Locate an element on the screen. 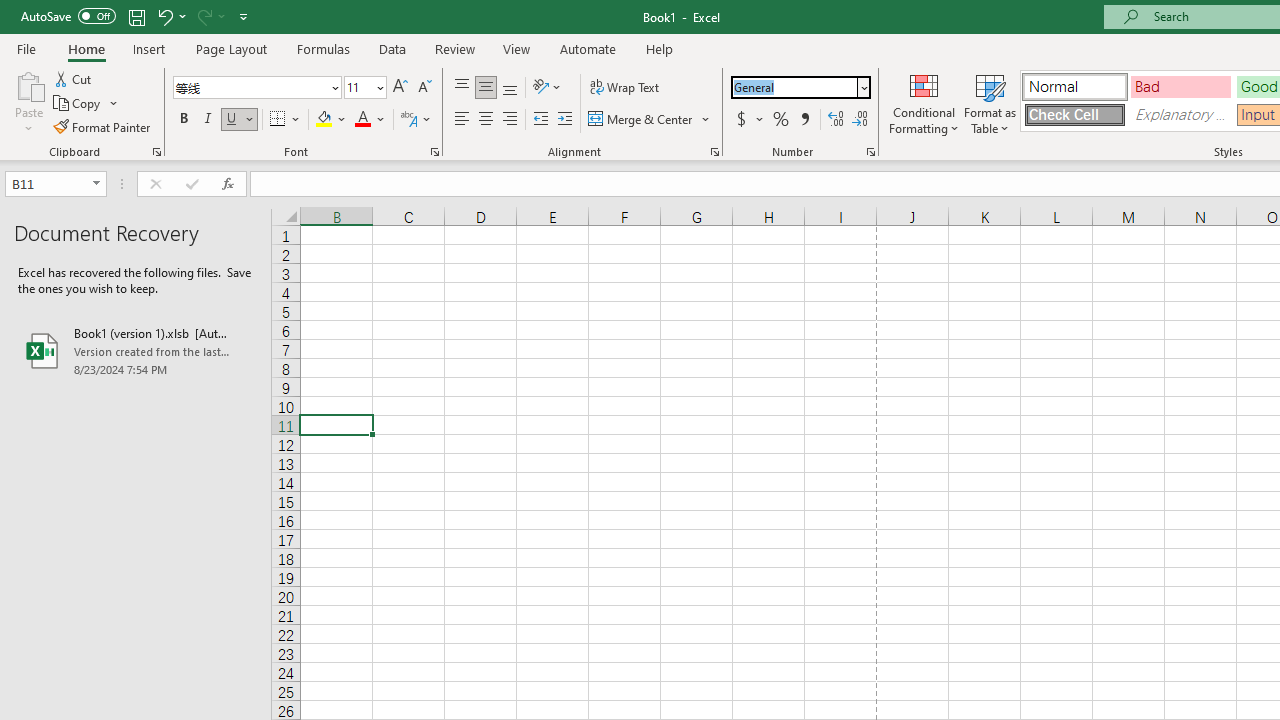 Image resolution: width=1280 pixels, height=720 pixels. 'Paste' is located at coordinates (28, 84).